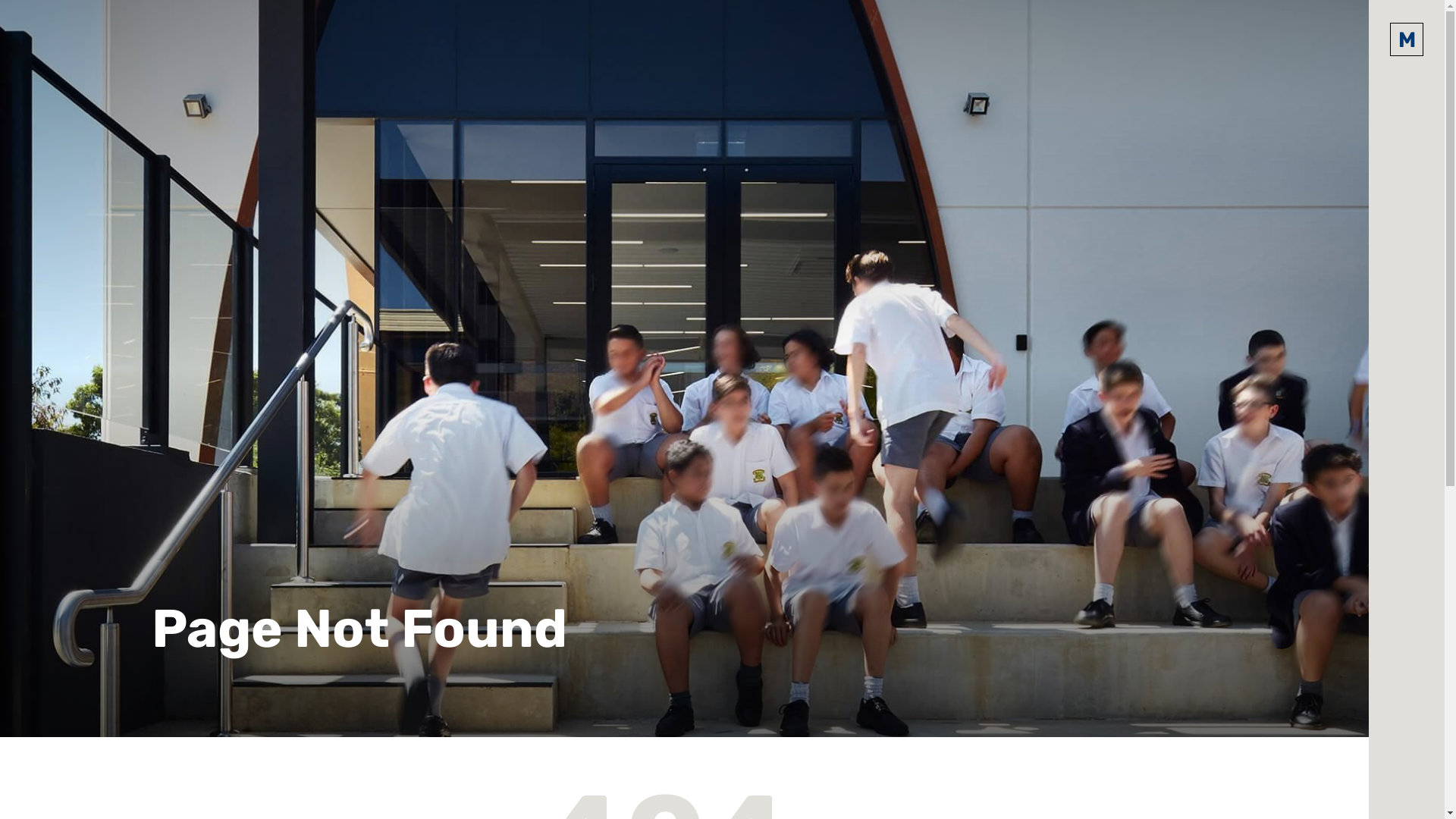  Describe the element at coordinates (1405, 38) in the screenshot. I see `'M` at that location.